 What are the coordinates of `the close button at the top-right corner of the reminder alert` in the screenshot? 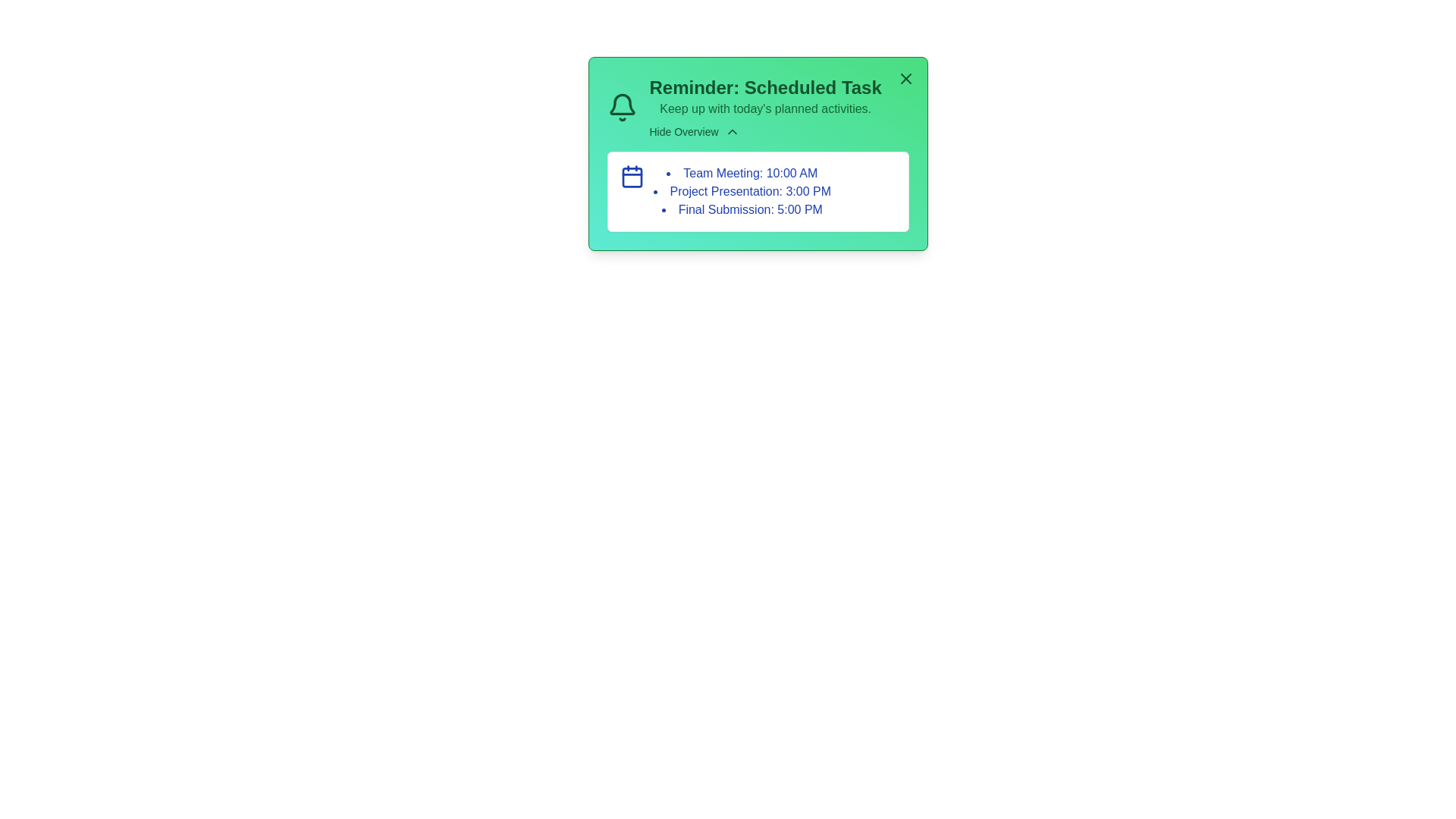 It's located at (905, 79).